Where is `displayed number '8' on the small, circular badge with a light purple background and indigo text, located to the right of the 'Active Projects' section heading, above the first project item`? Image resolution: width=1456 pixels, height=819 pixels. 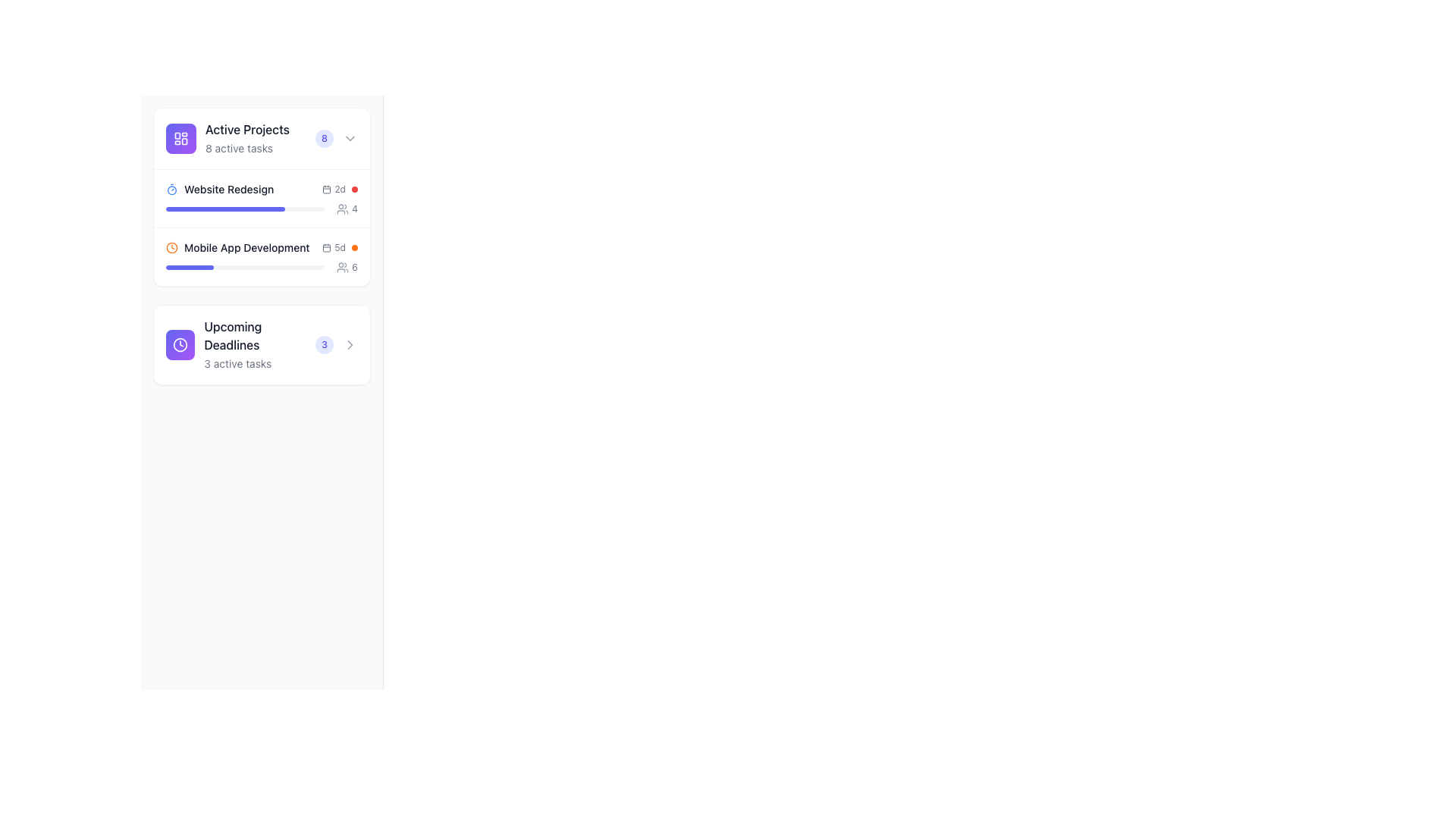 displayed number '8' on the small, circular badge with a light purple background and indigo text, located to the right of the 'Active Projects' section heading, above the first project item is located at coordinates (323, 138).